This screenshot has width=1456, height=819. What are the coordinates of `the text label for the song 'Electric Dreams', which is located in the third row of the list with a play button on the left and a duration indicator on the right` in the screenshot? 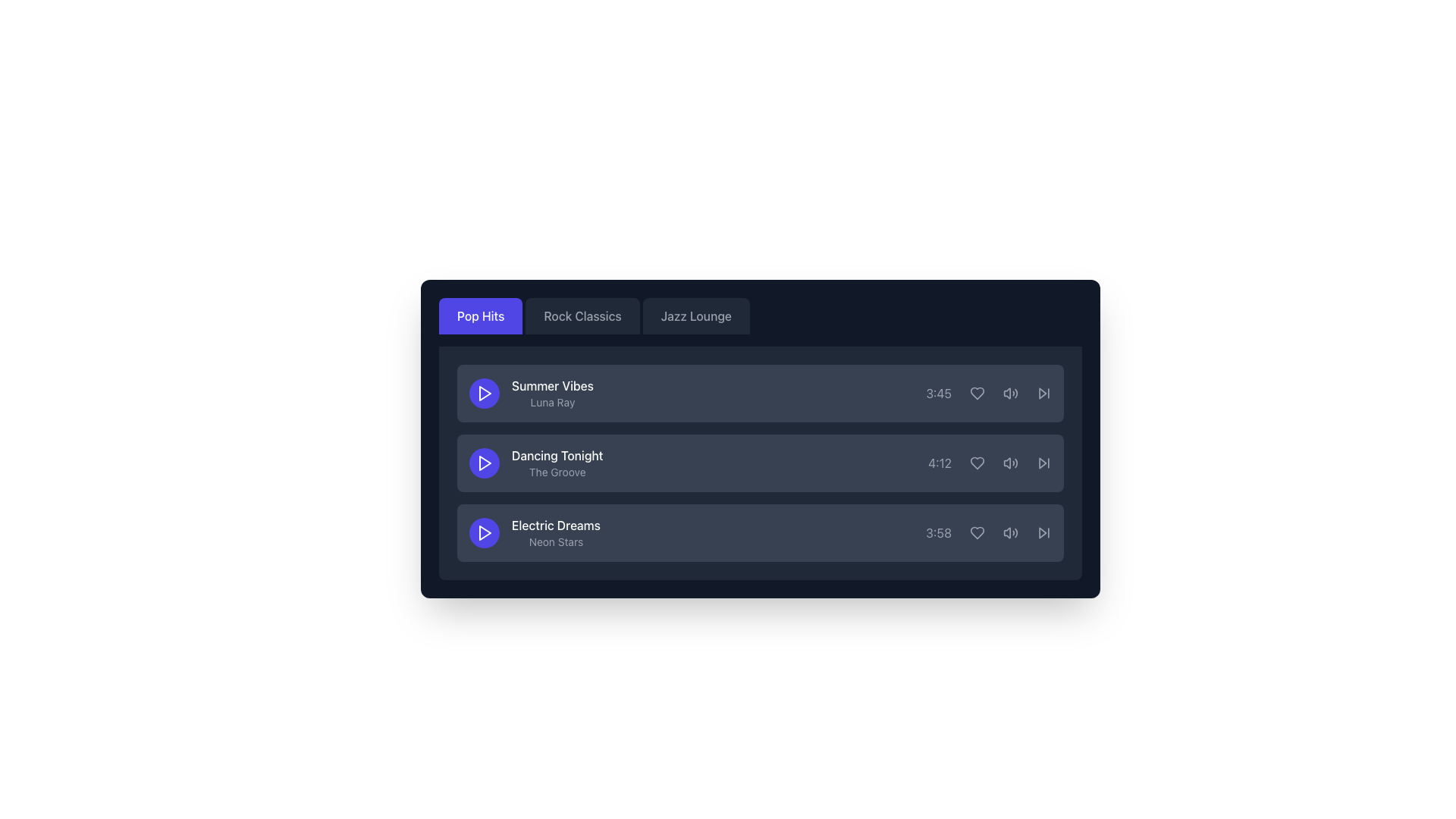 It's located at (555, 525).